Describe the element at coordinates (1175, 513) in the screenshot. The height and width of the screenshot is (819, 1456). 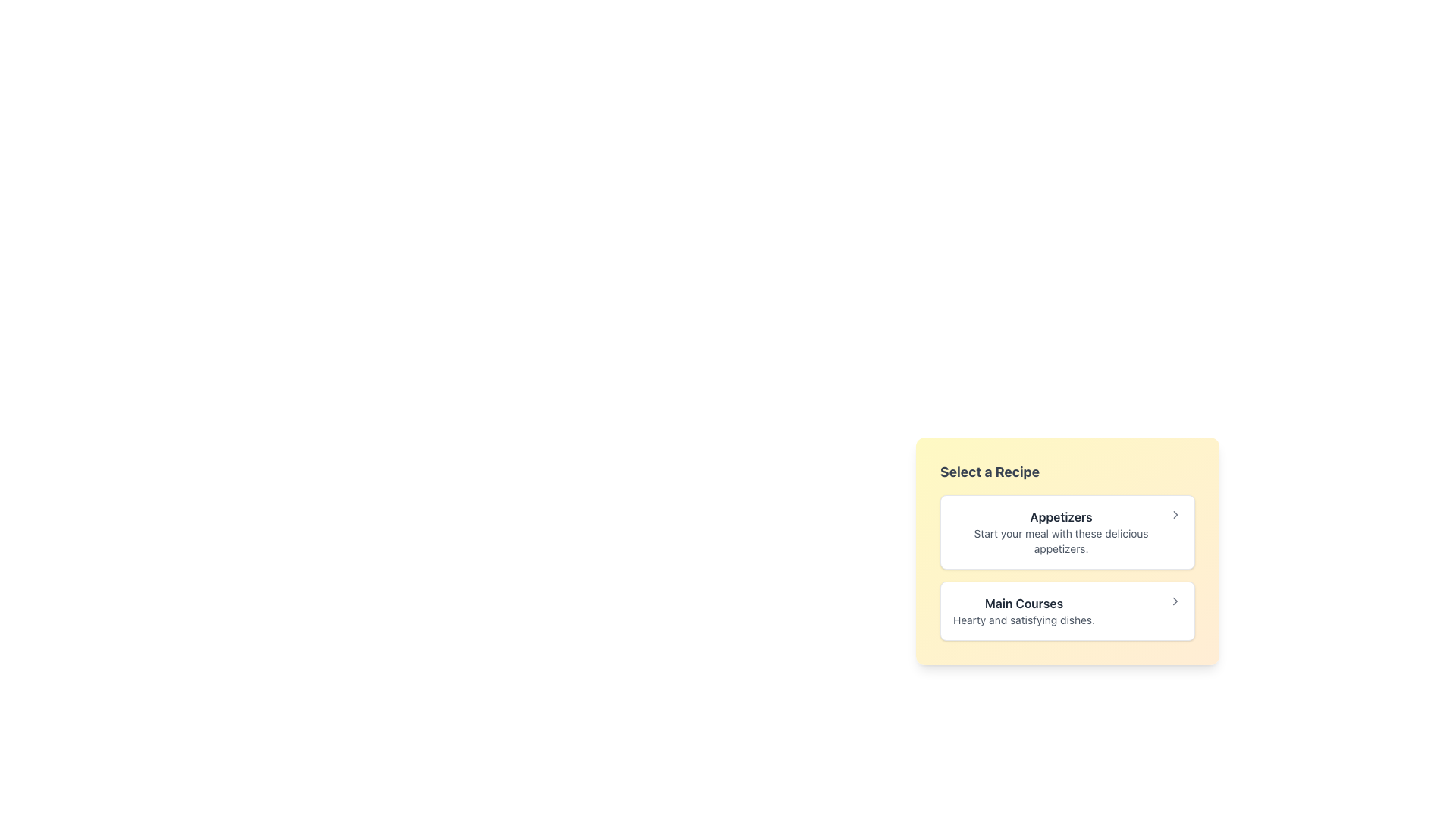
I see `the chevron icon located in the top-right of the 'Appetizers' menu option` at that location.